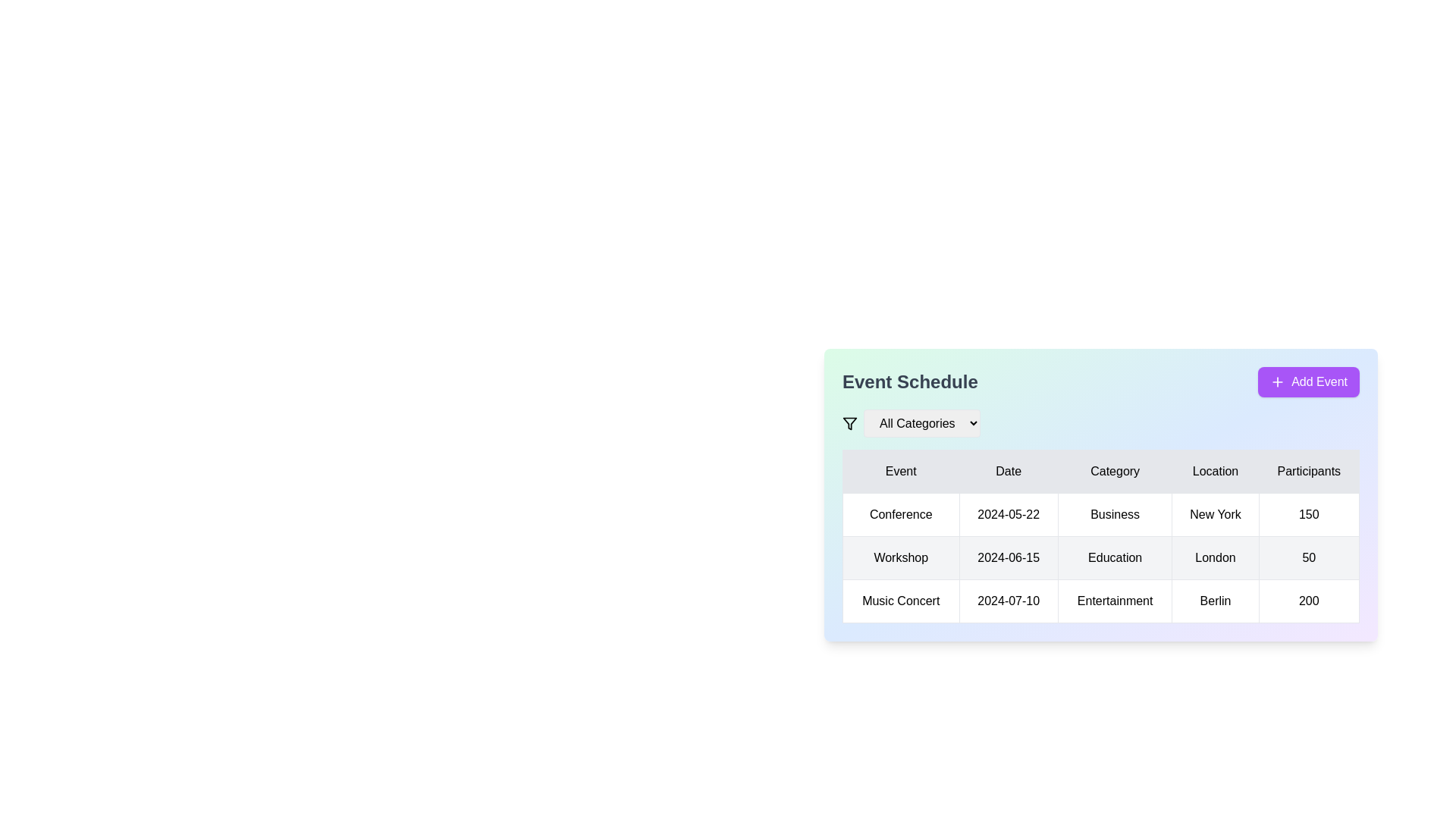  Describe the element at coordinates (850, 423) in the screenshot. I see `the funnel icon located in the top-left corner of the 'Event Schedule' section, which is positioned immediately to the left of the 'All Categories' dropdown` at that location.